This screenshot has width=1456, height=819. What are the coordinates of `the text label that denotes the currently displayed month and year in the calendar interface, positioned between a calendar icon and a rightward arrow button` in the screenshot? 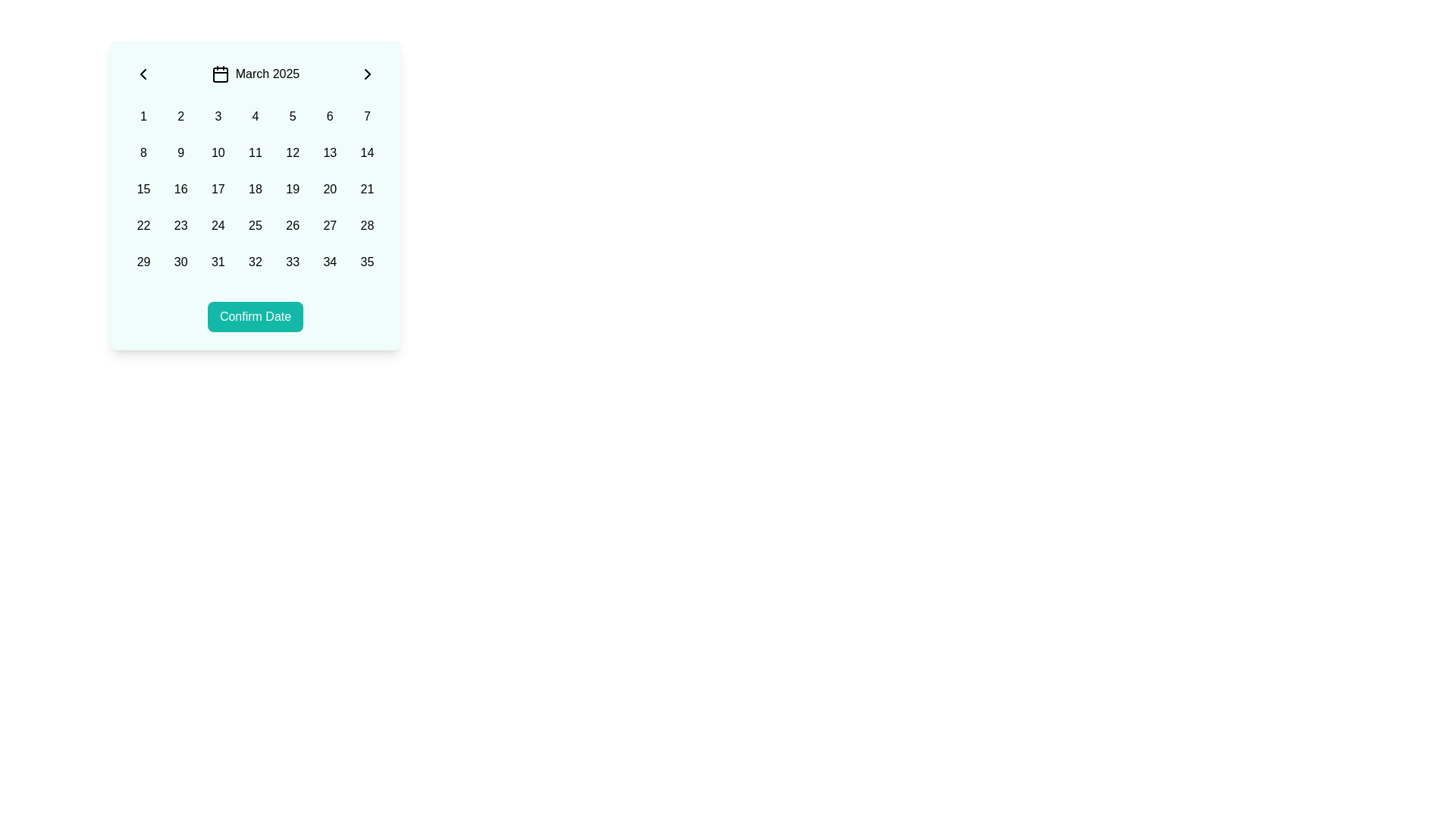 It's located at (268, 74).